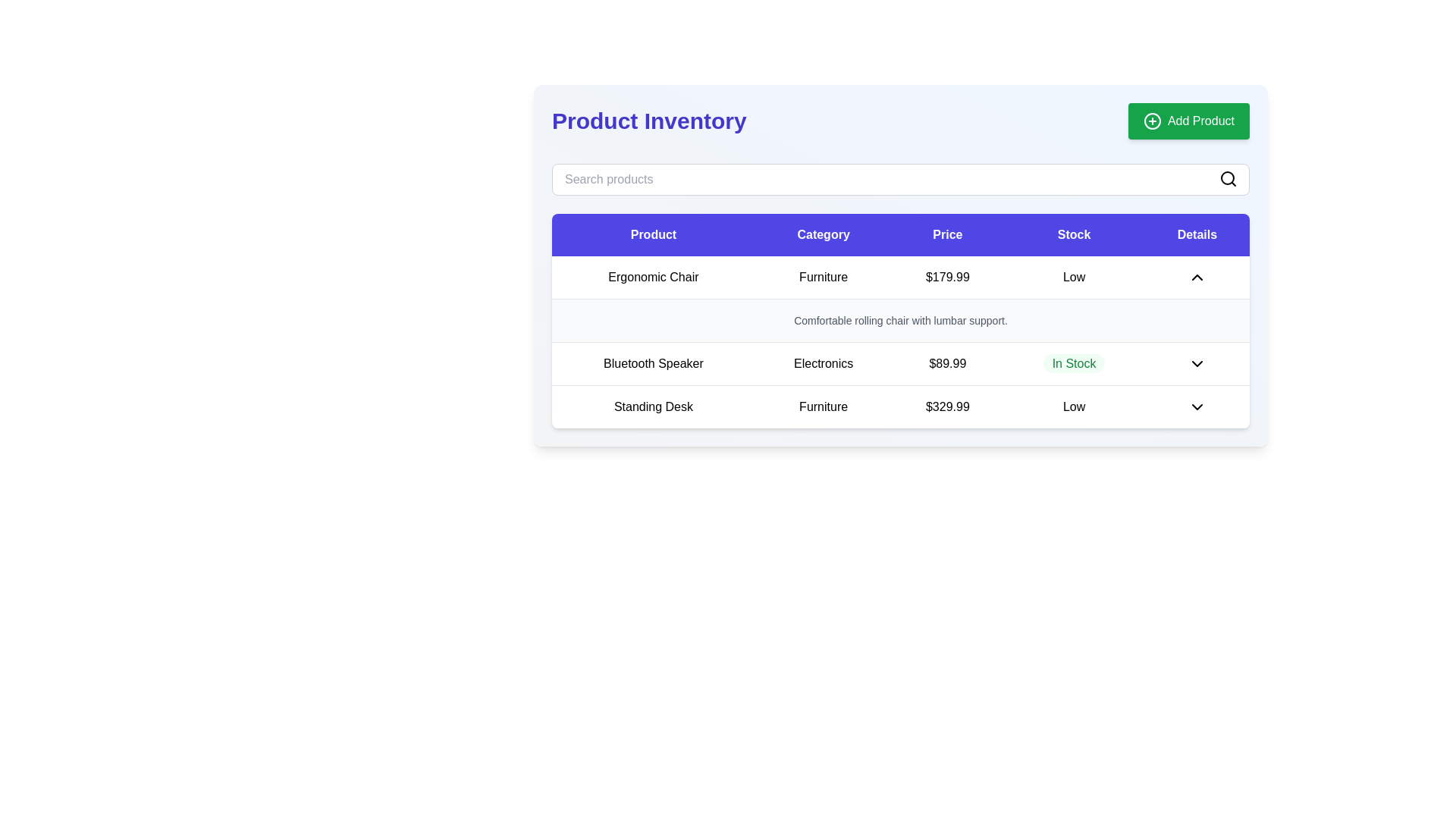  What do you see at coordinates (823, 363) in the screenshot?
I see `the 'Electronics' label, which is a textual label displaying the word 'Electronics' in black text on a white background, positioned between 'Bluetooth Speaker' and '$89.99'` at bounding box center [823, 363].